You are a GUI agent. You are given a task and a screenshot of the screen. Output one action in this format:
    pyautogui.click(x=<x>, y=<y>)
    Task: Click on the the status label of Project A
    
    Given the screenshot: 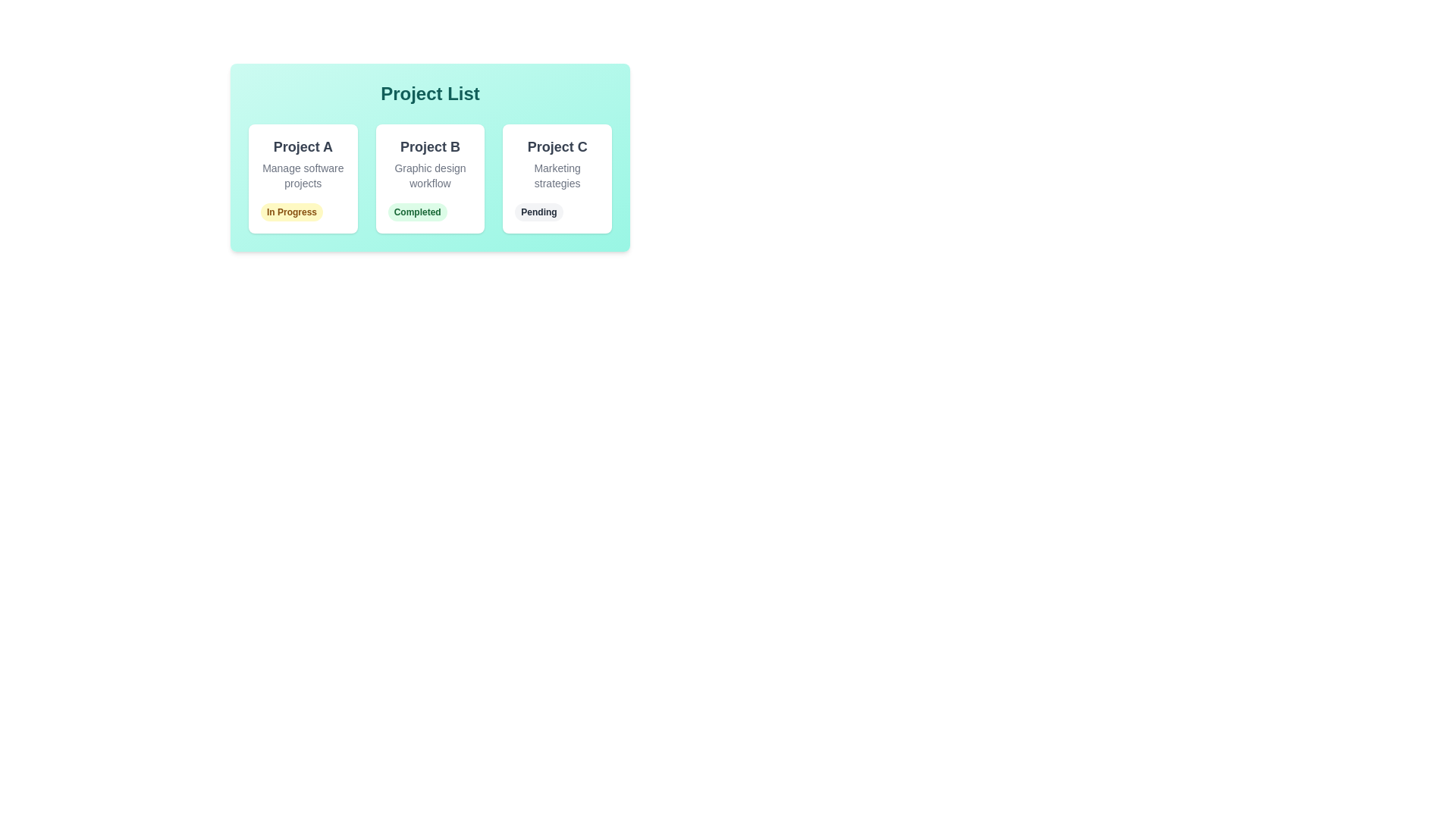 What is the action you would take?
    pyautogui.click(x=291, y=212)
    